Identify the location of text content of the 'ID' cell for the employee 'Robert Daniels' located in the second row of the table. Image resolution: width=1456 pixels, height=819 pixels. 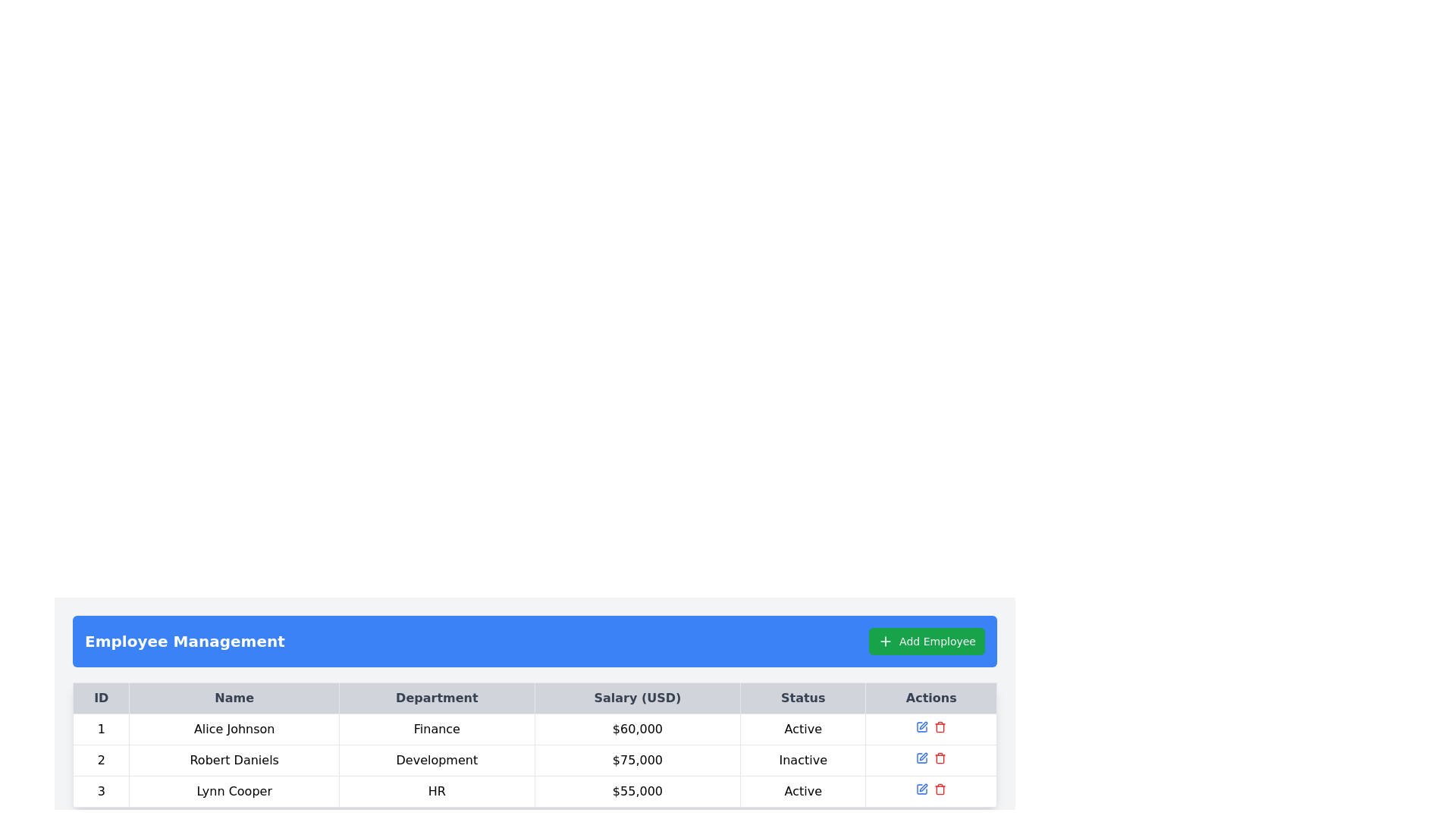
(100, 760).